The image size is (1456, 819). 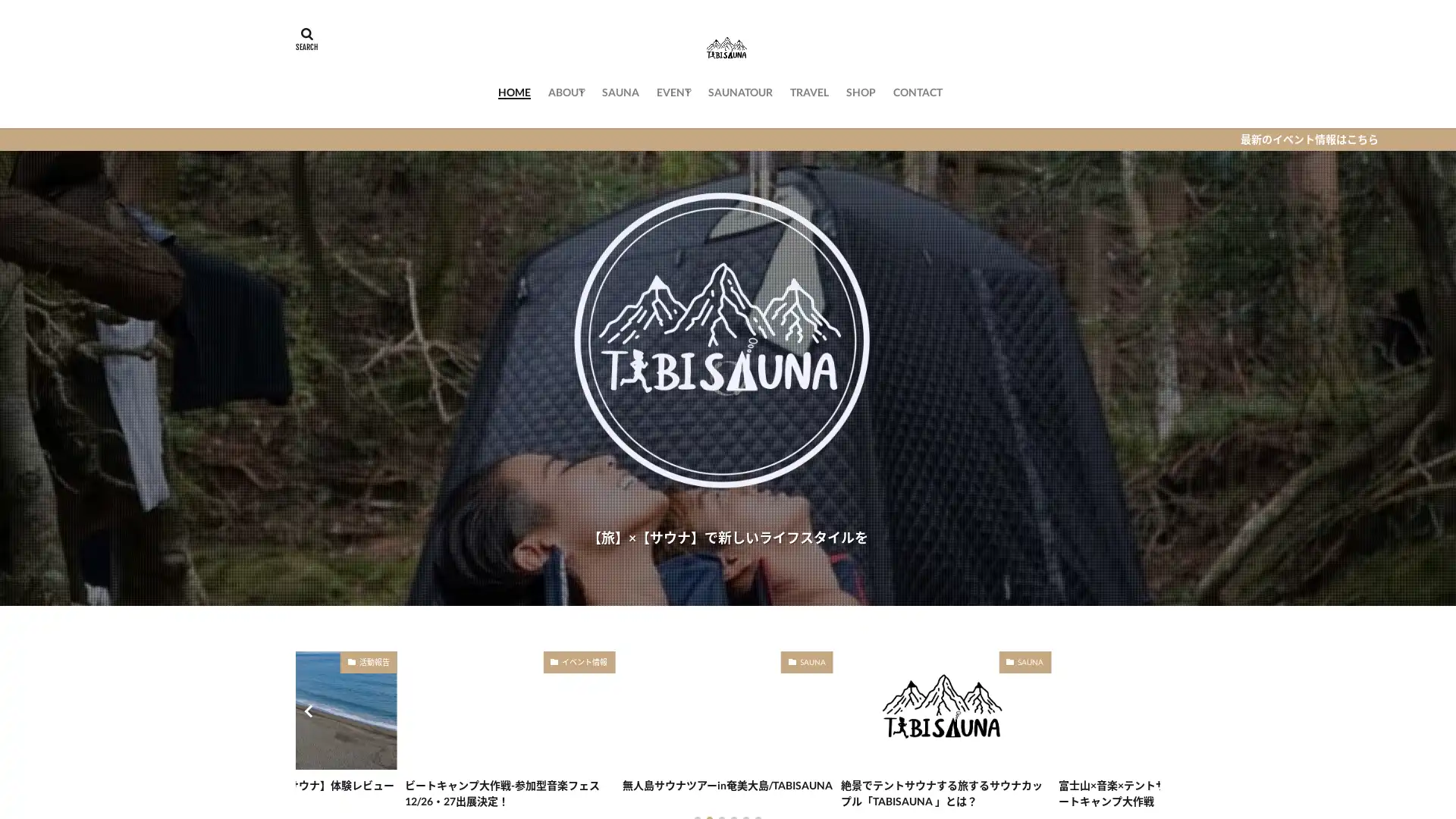 I want to click on Previous slide, so click(x=309, y=711).